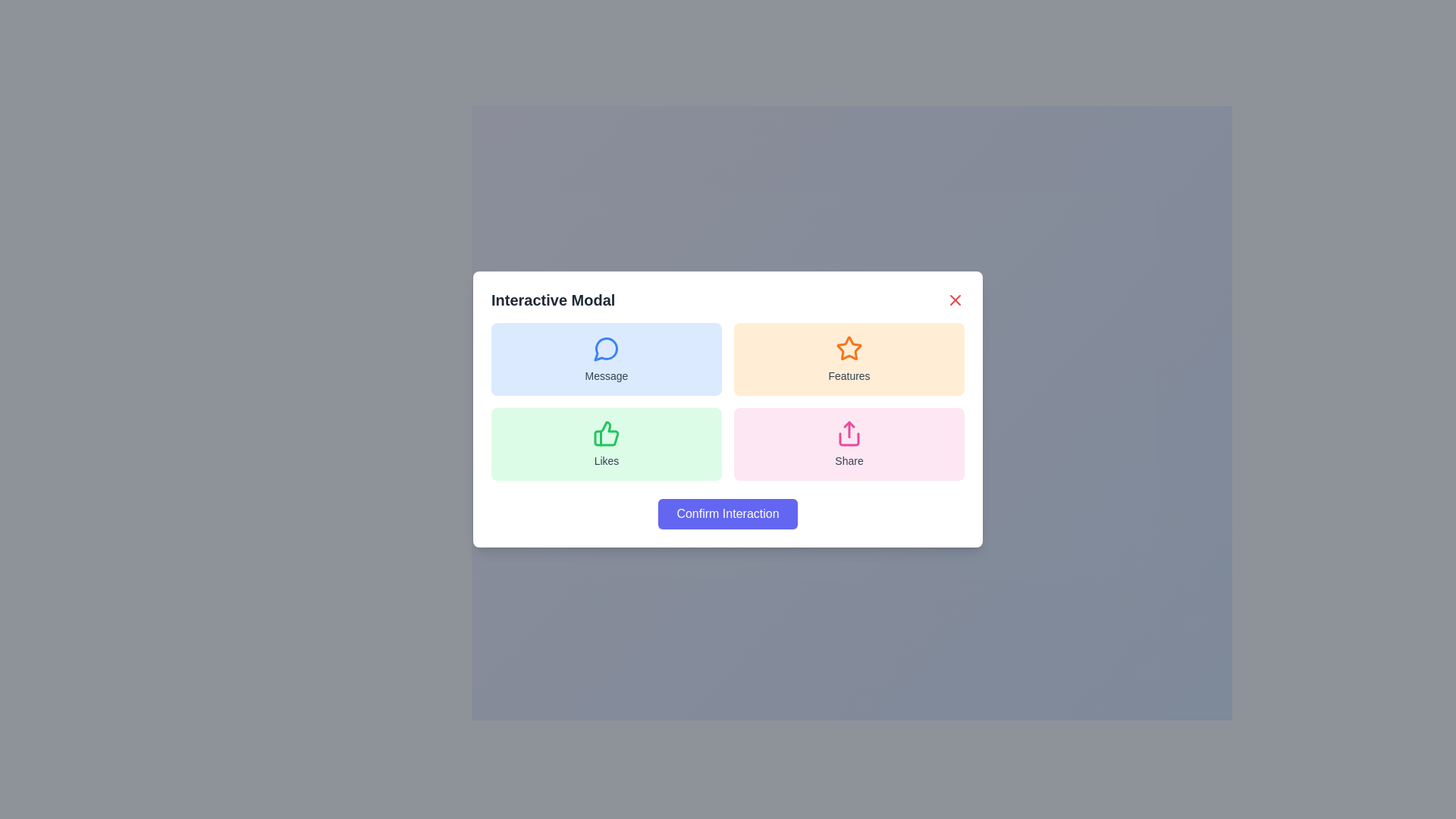 The image size is (1456, 819). I want to click on the red close button with a cross symbol in the top-right corner of the 'Interactive Modal' to trigger the color change interaction, so click(954, 300).